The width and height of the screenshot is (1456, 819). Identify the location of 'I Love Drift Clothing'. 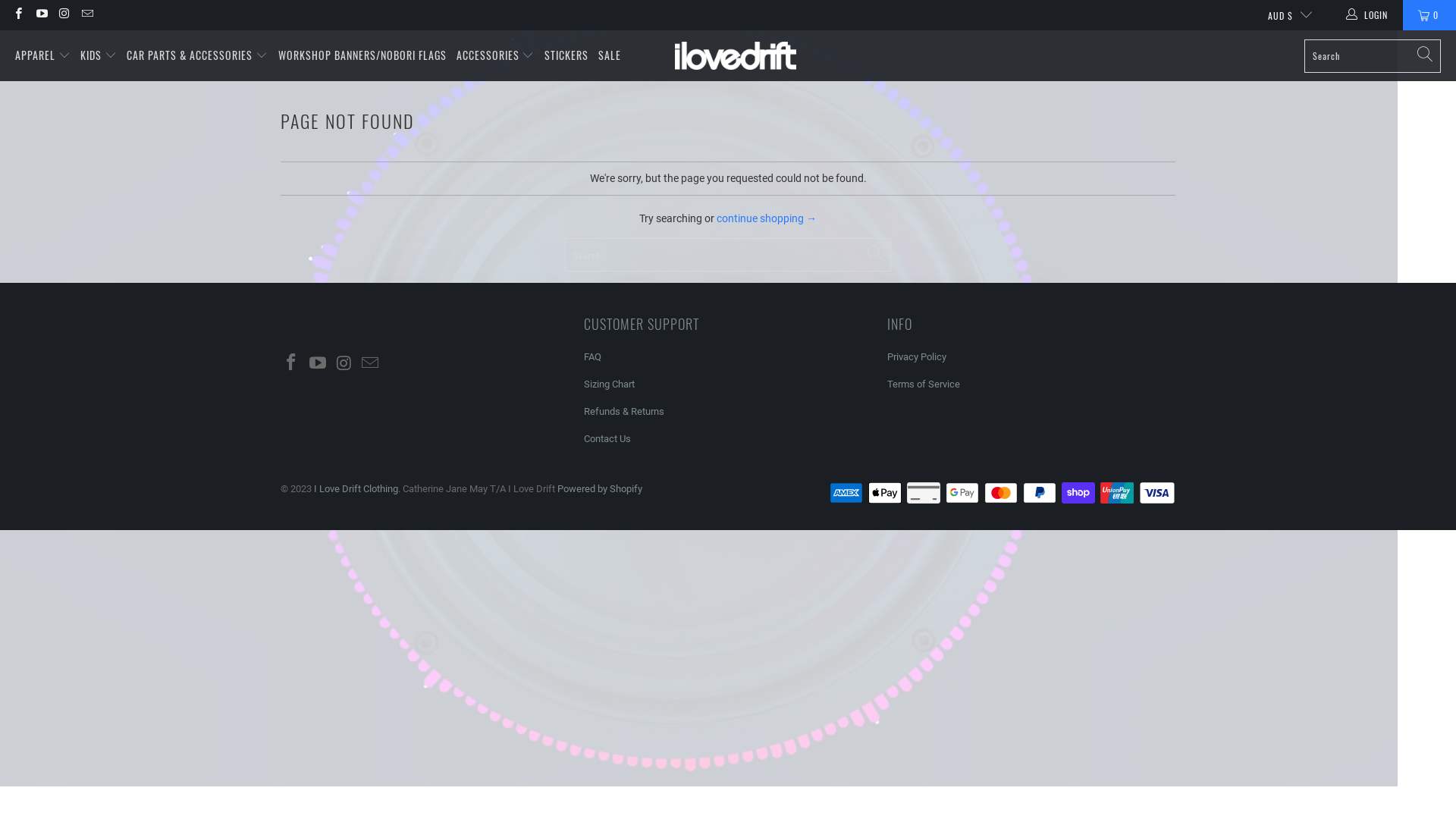
(673, 55).